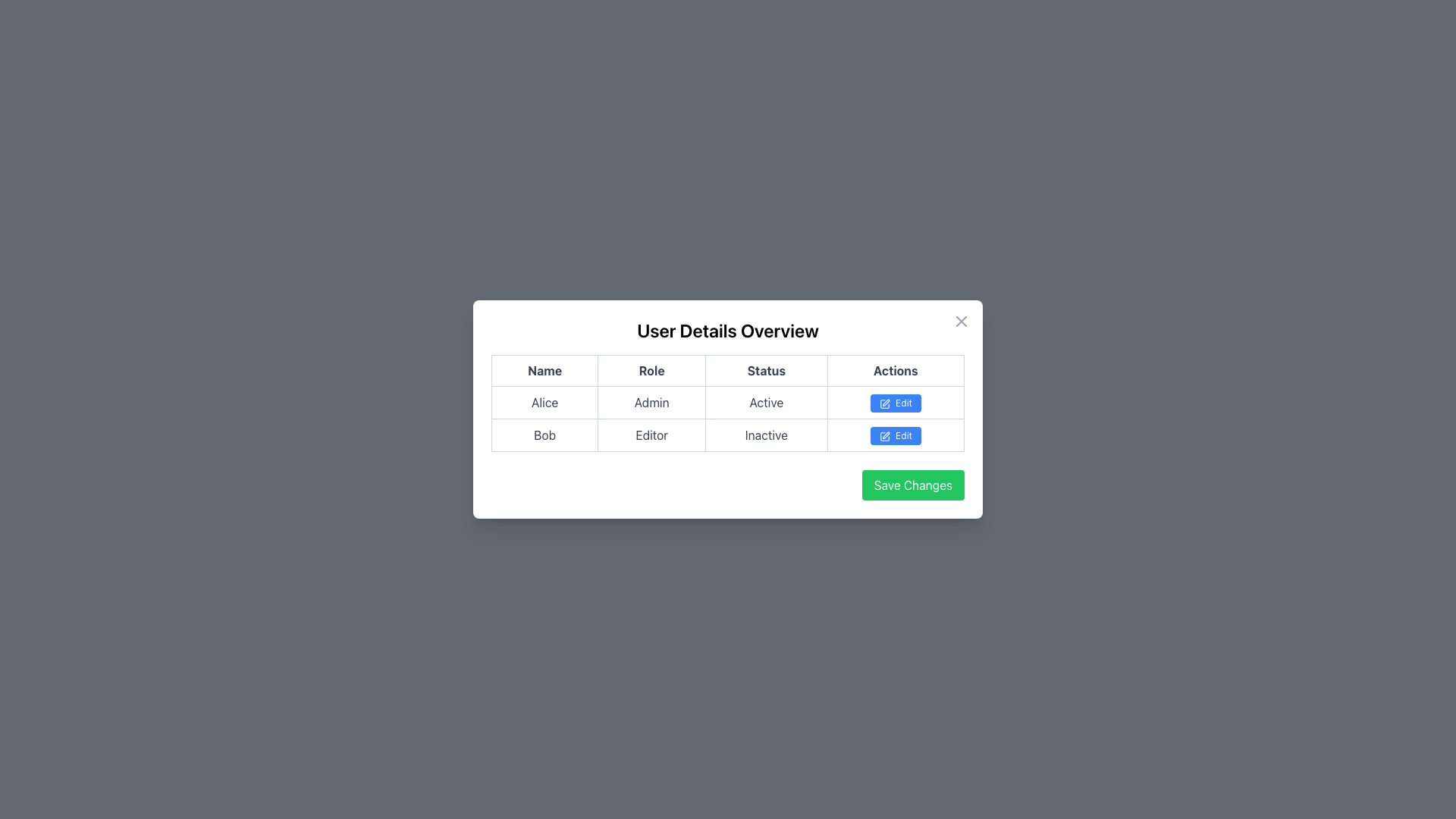 This screenshot has width=1456, height=819. Describe the element at coordinates (960, 321) in the screenshot. I see `the small red-bordered 'X' close button in the top-right corner of the user details overview form` at that location.